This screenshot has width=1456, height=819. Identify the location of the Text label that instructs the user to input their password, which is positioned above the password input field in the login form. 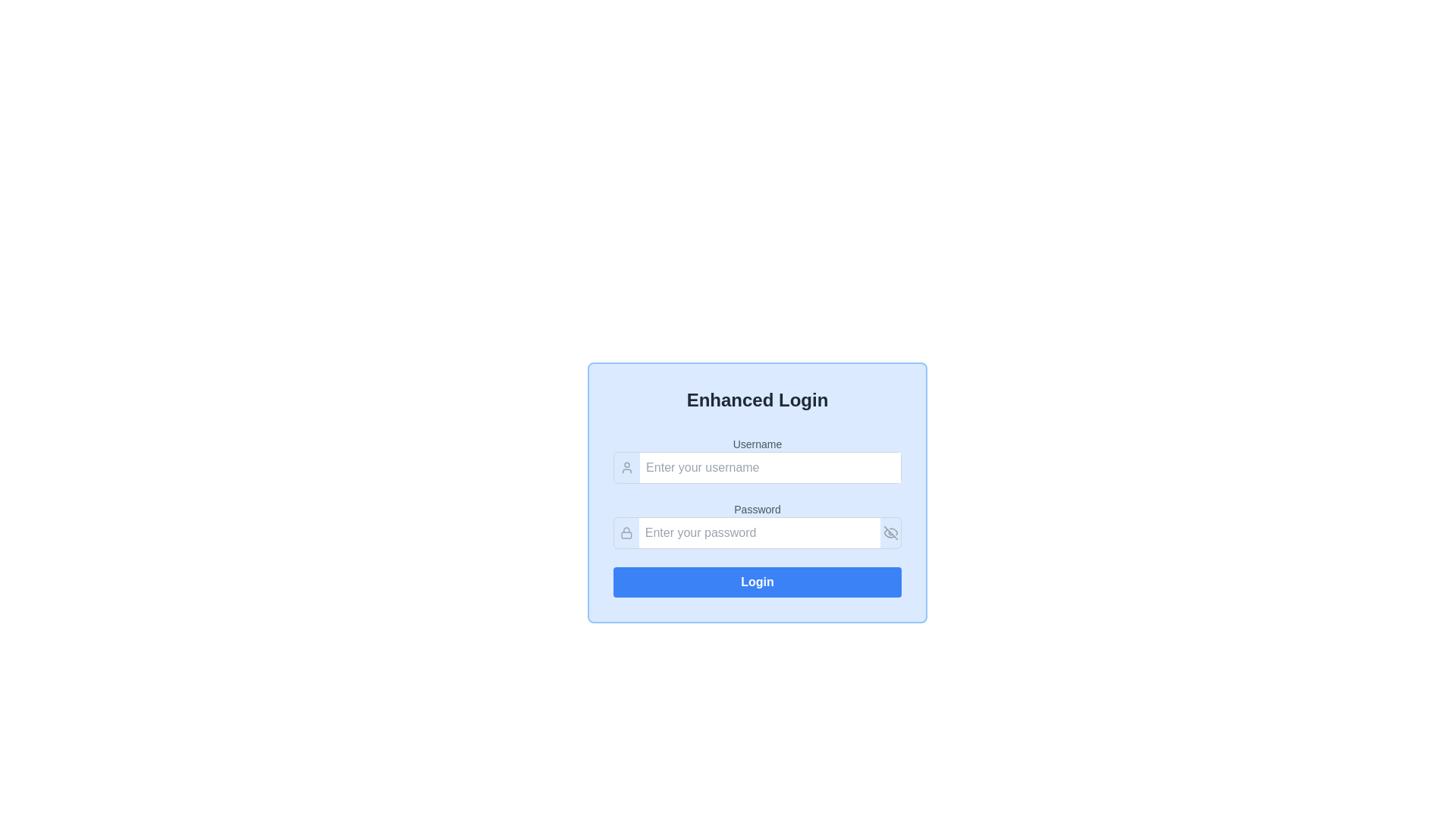
(757, 509).